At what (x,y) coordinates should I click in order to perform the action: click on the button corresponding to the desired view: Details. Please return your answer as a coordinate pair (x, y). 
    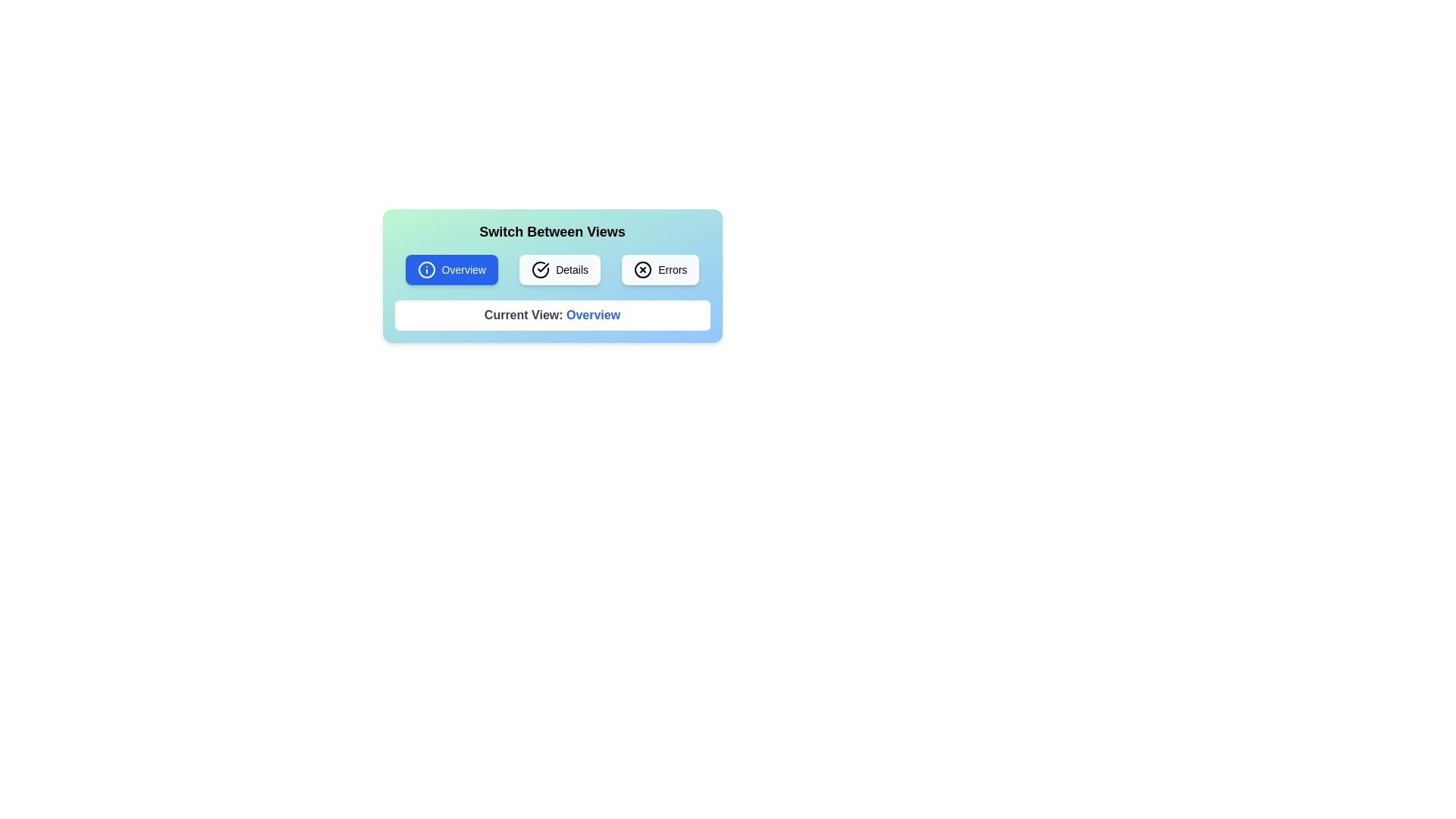
    Looking at the image, I should click on (559, 268).